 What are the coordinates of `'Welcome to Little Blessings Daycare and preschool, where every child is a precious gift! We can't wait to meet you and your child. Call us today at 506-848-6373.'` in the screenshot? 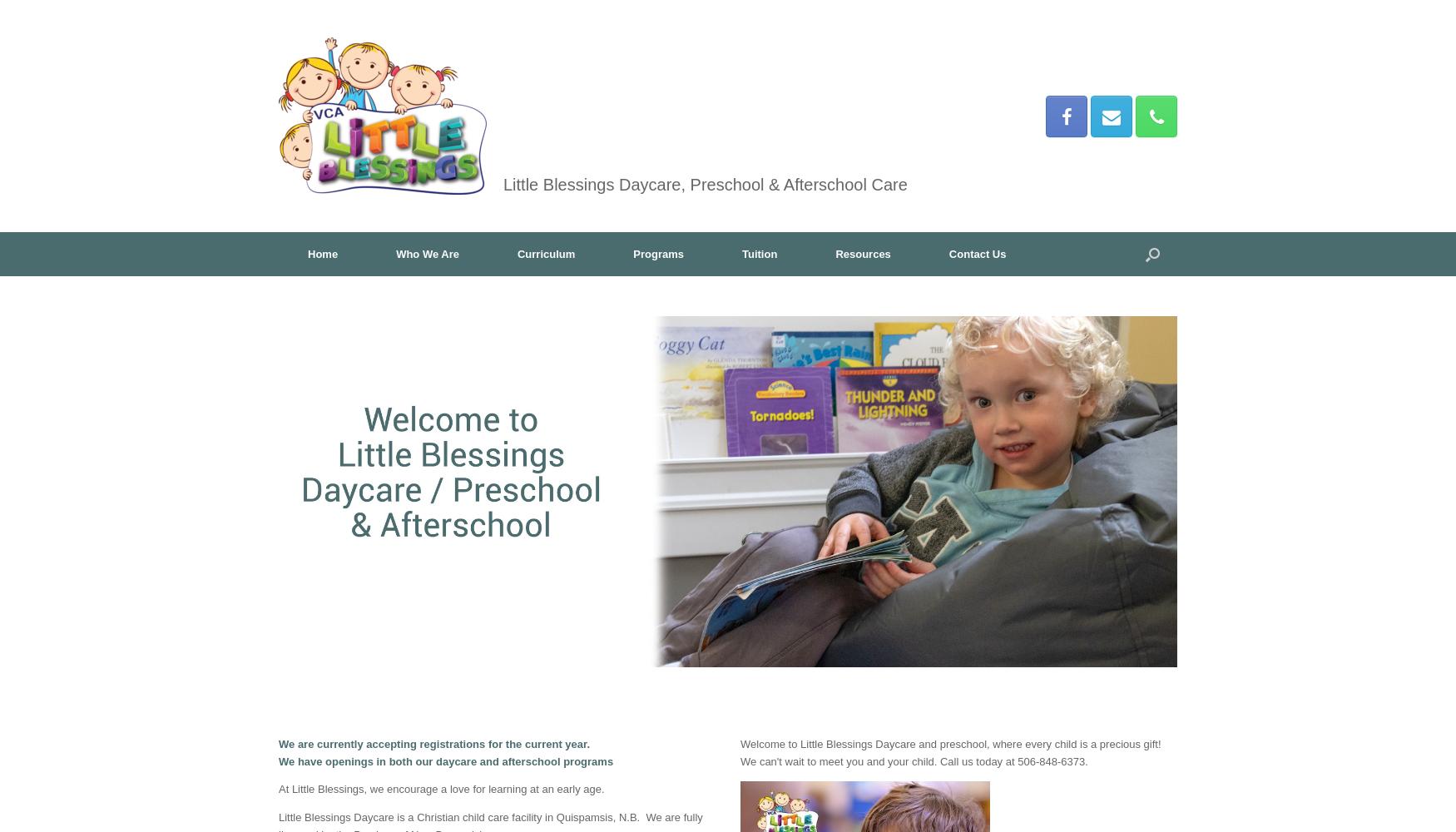 It's located at (949, 752).